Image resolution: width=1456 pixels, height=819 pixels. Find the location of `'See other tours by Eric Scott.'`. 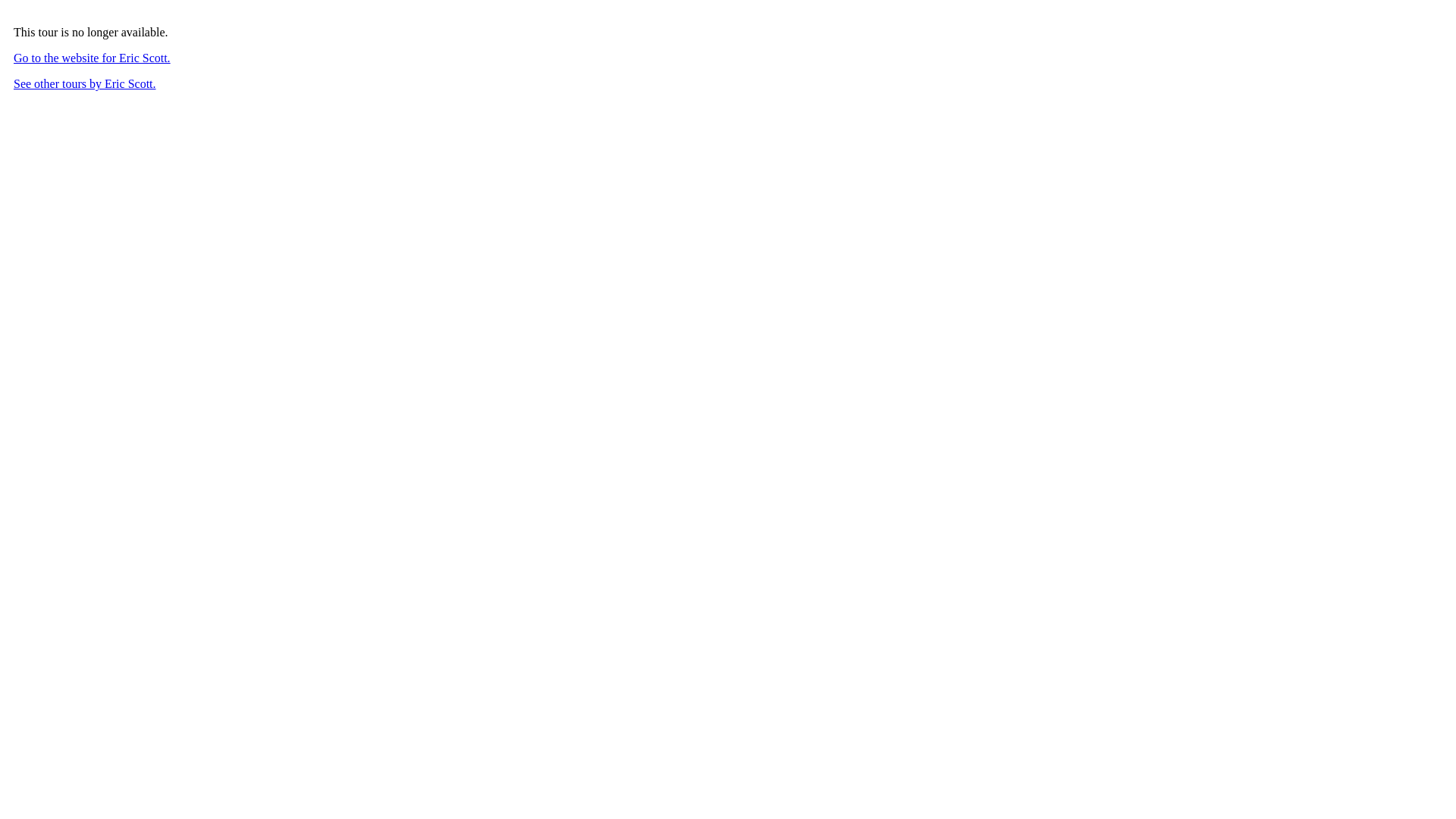

'See other tours by Eric Scott.' is located at coordinates (83, 83).